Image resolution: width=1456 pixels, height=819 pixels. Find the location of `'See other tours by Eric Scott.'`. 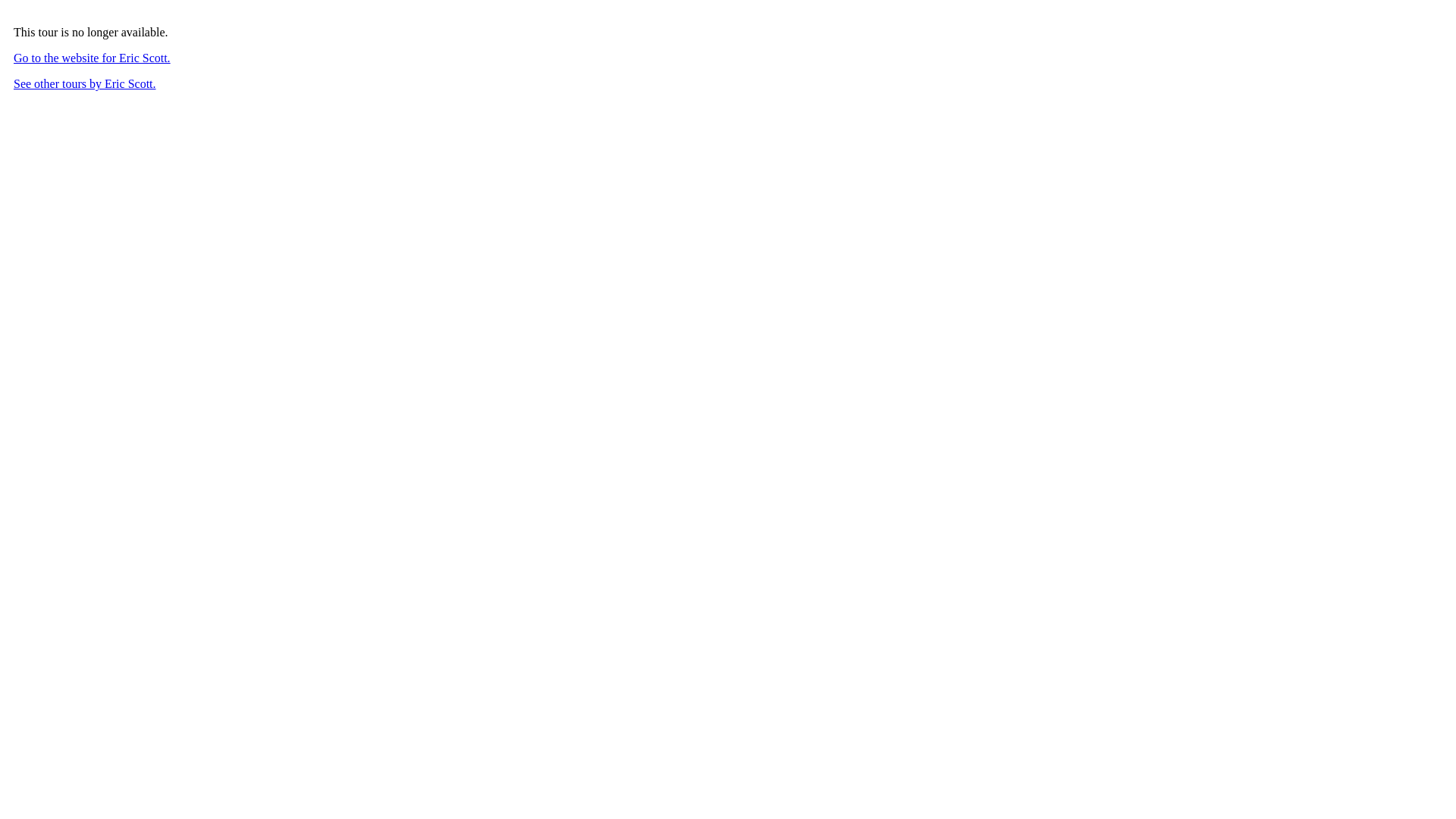

'See other tours by Eric Scott.' is located at coordinates (83, 83).